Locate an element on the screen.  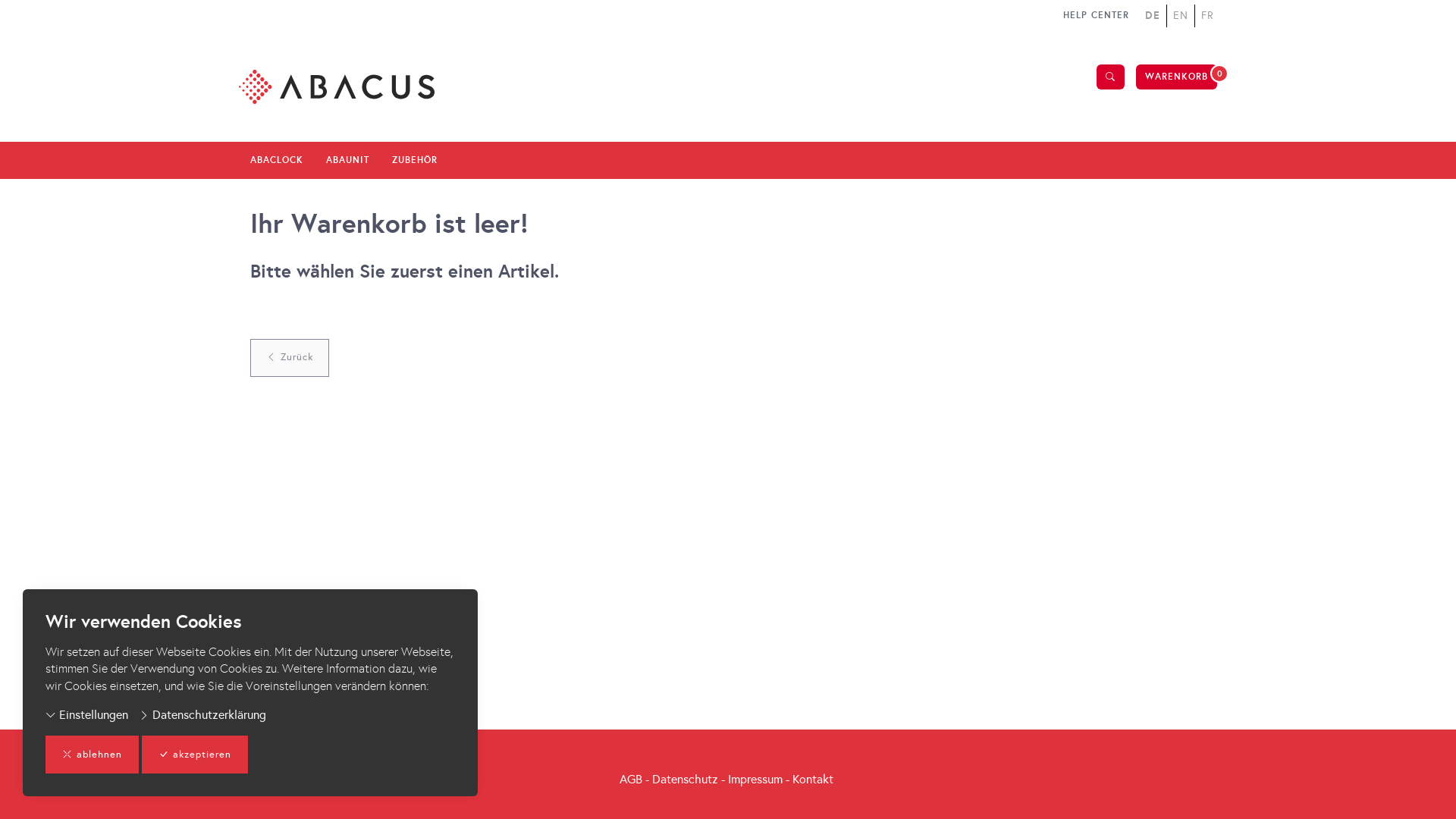
'ablehnen' is located at coordinates (91, 755).